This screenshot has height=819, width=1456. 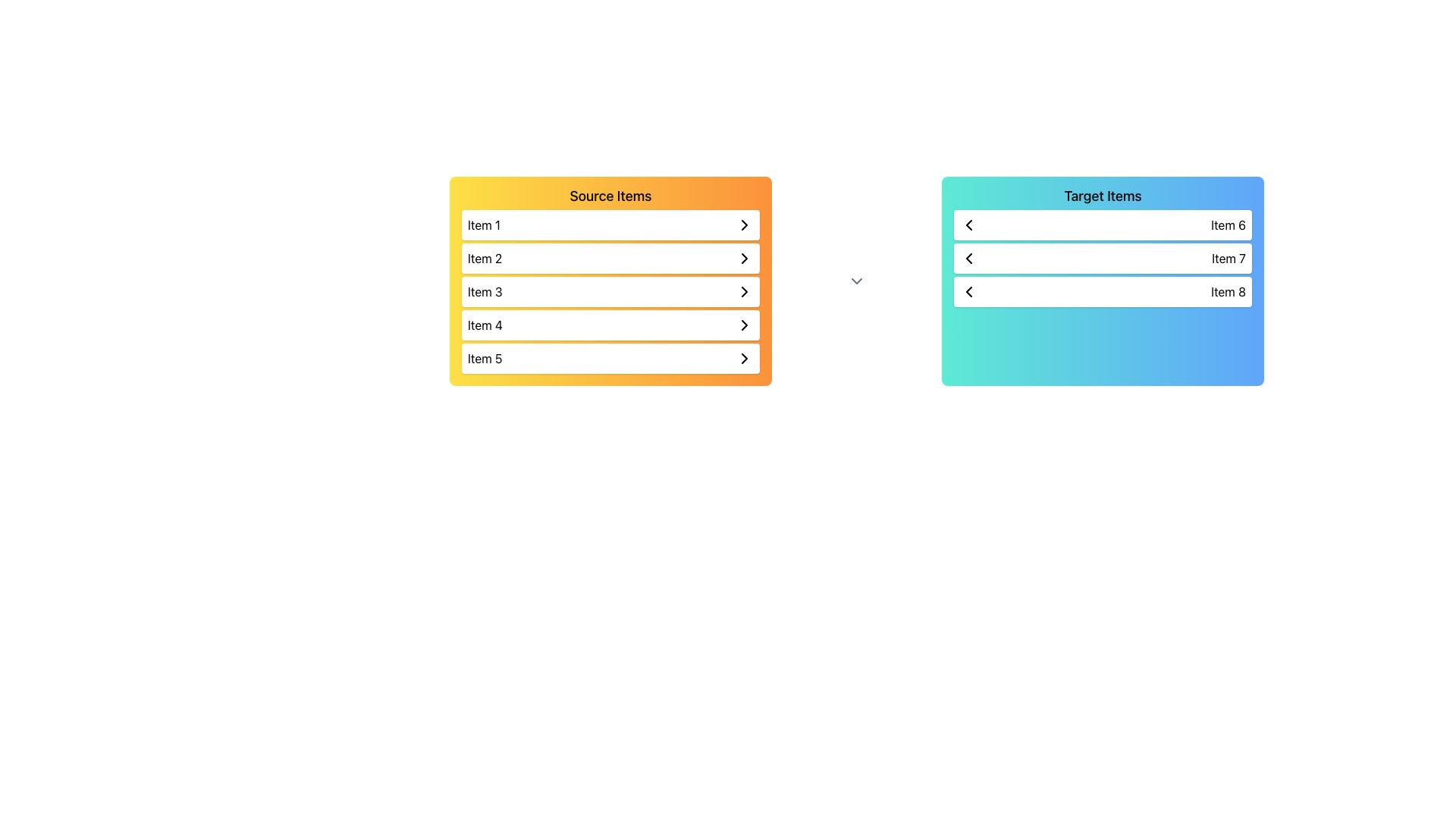 I want to click on the second item in the 'Source Items' list, which is located directly below 'Item 1' and above 'Item 3', so click(x=610, y=257).